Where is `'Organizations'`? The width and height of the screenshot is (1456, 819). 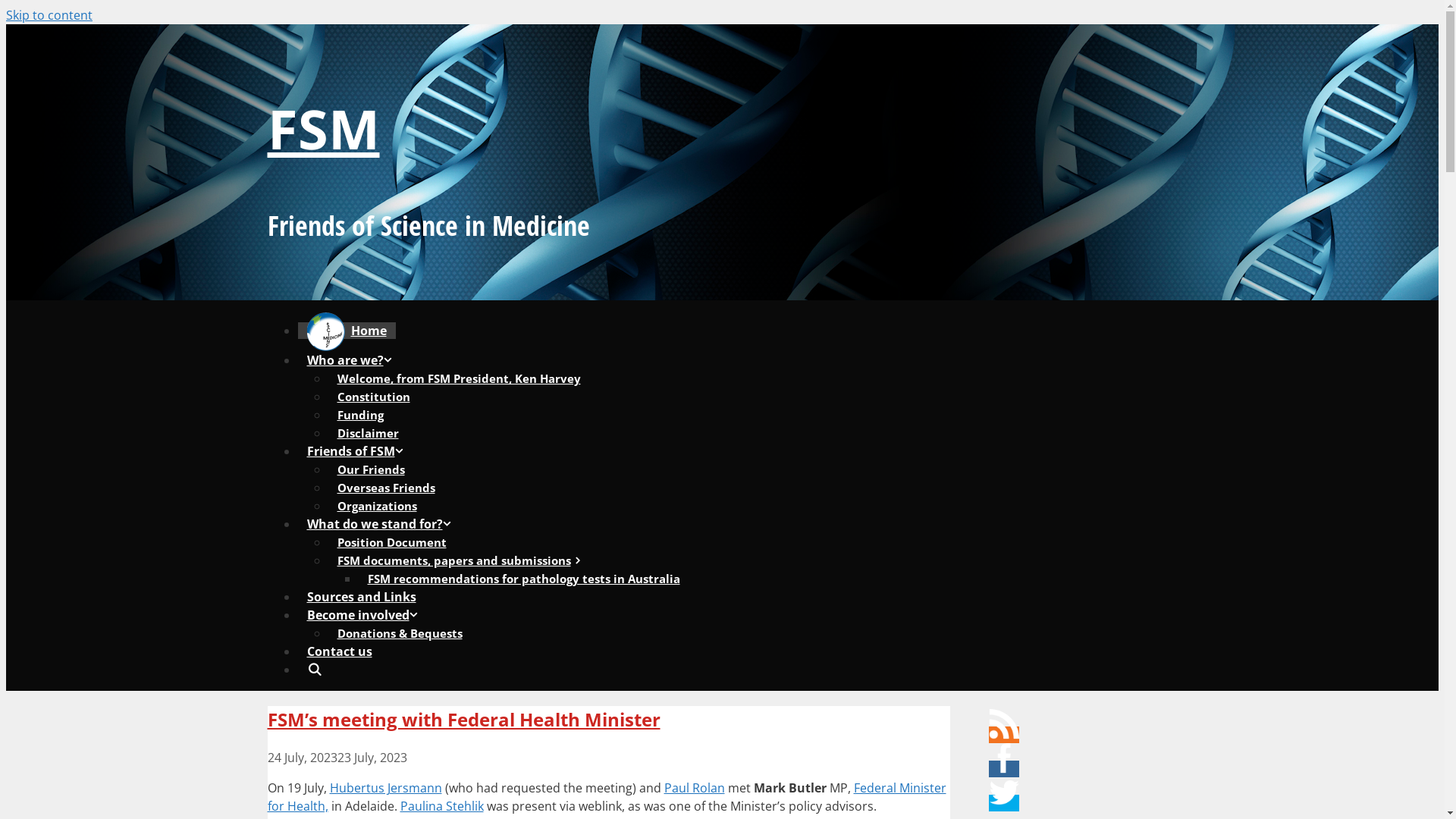 'Organizations' is located at coordinates (376, 506).